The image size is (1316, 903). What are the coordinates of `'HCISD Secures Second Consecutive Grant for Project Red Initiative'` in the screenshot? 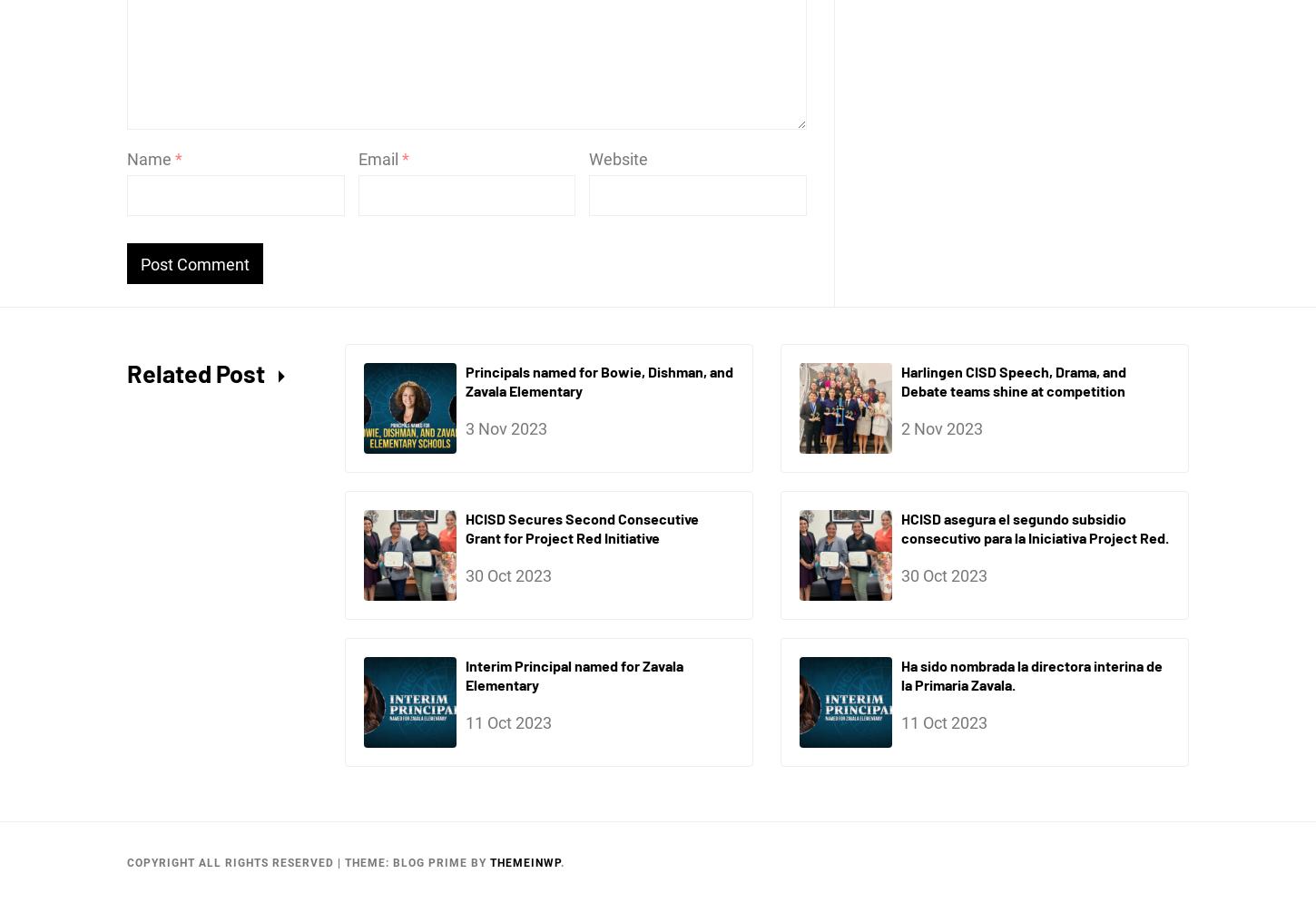 It's located at (581, 525).